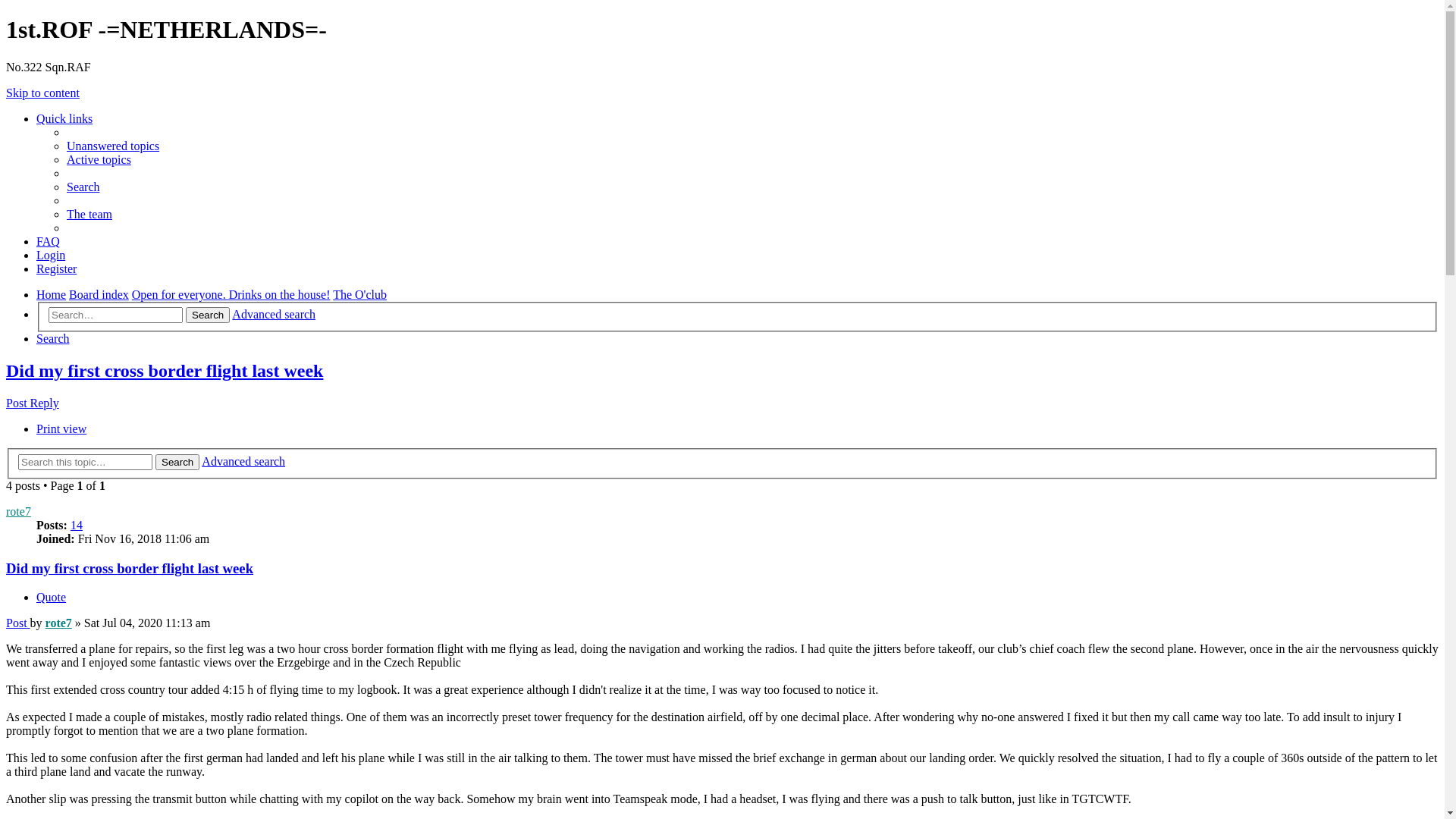 This screenshot has height=819, width=1456. I want to click on 'Advanced search', so click(243, 460).